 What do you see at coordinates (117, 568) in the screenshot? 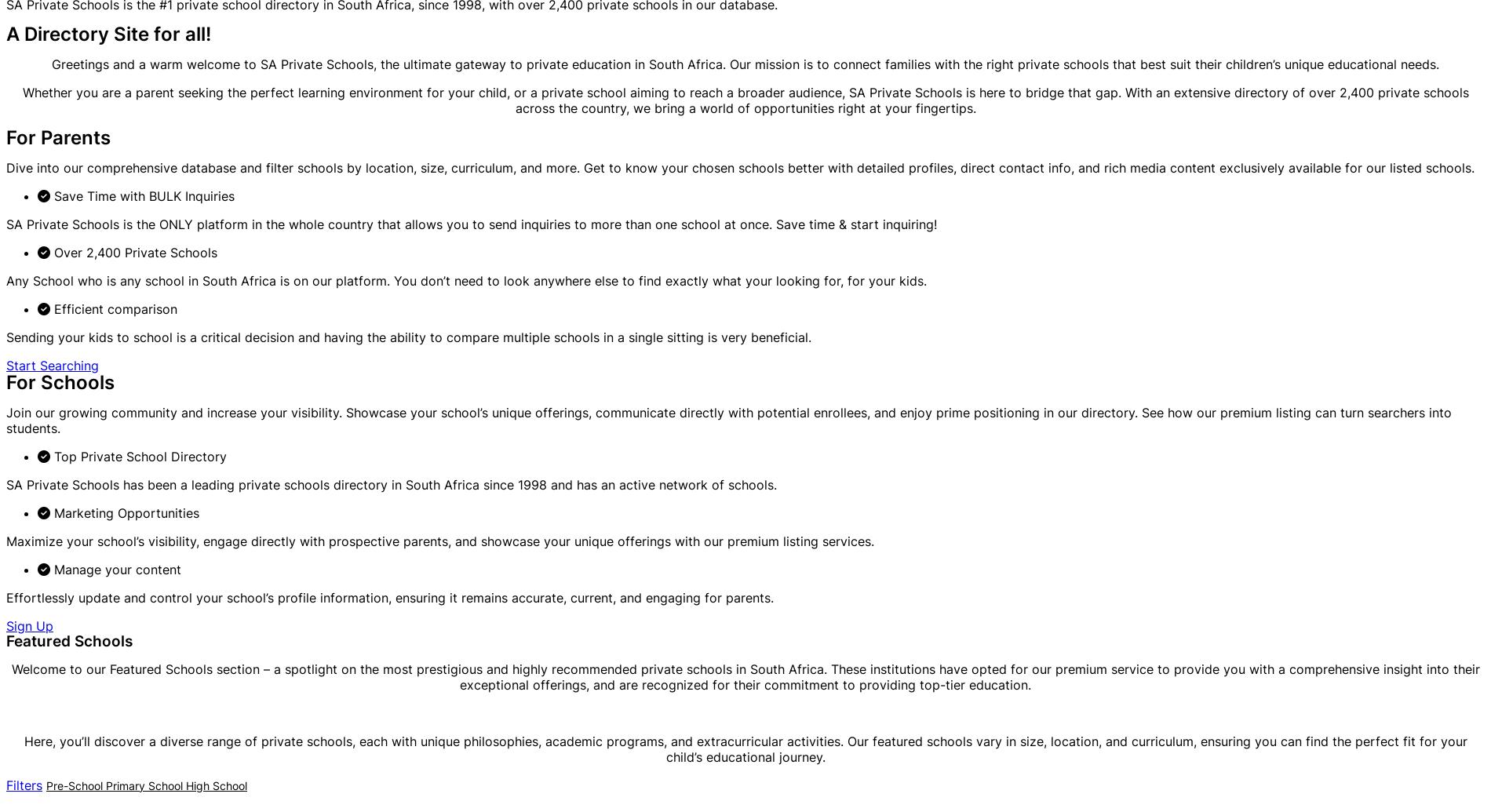
I see `'Manage your content'` at bounding box center [117, 568].